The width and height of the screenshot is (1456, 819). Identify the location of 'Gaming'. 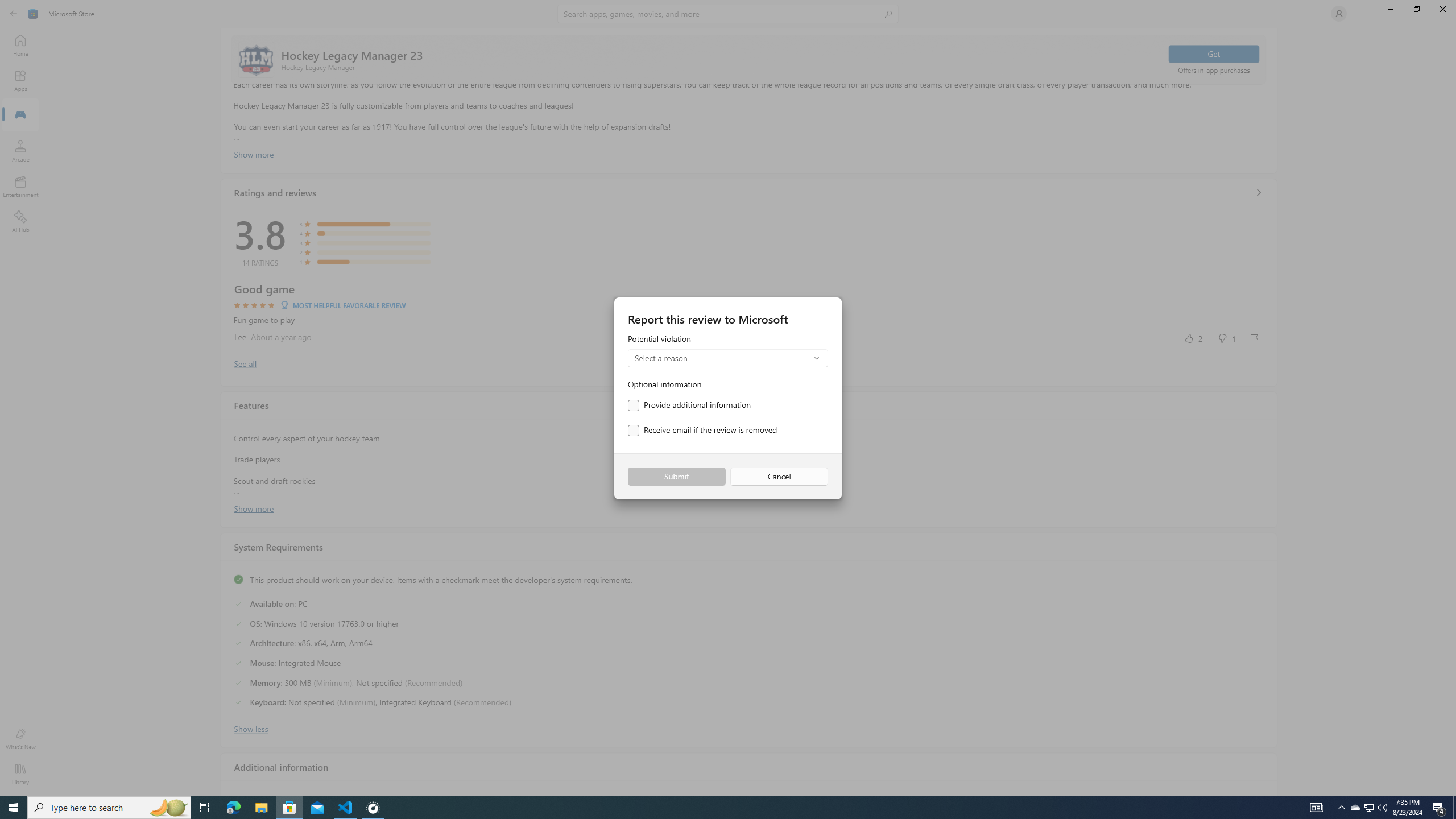
(19, 115).